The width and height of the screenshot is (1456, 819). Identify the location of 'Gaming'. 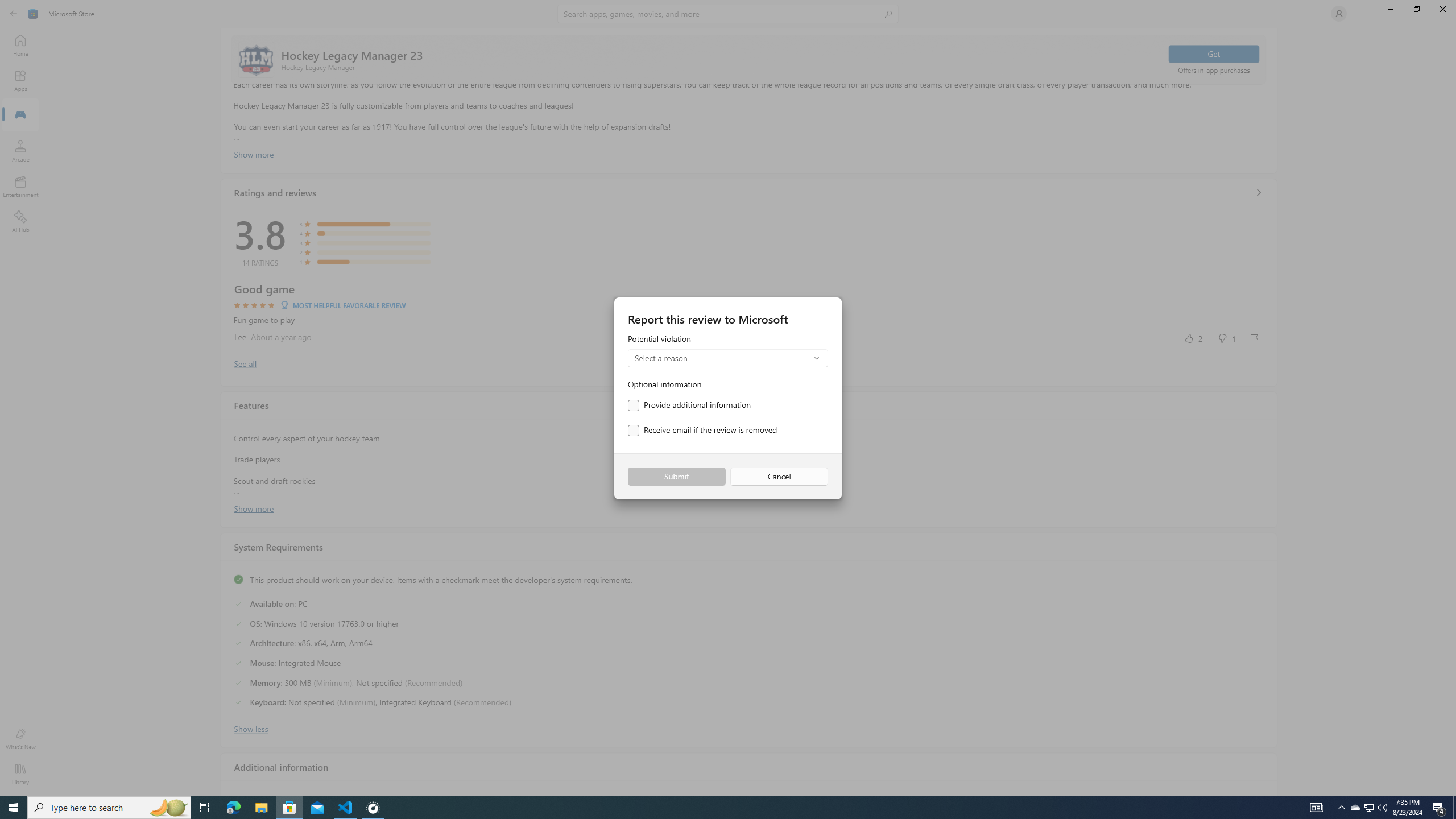
(19, 115).